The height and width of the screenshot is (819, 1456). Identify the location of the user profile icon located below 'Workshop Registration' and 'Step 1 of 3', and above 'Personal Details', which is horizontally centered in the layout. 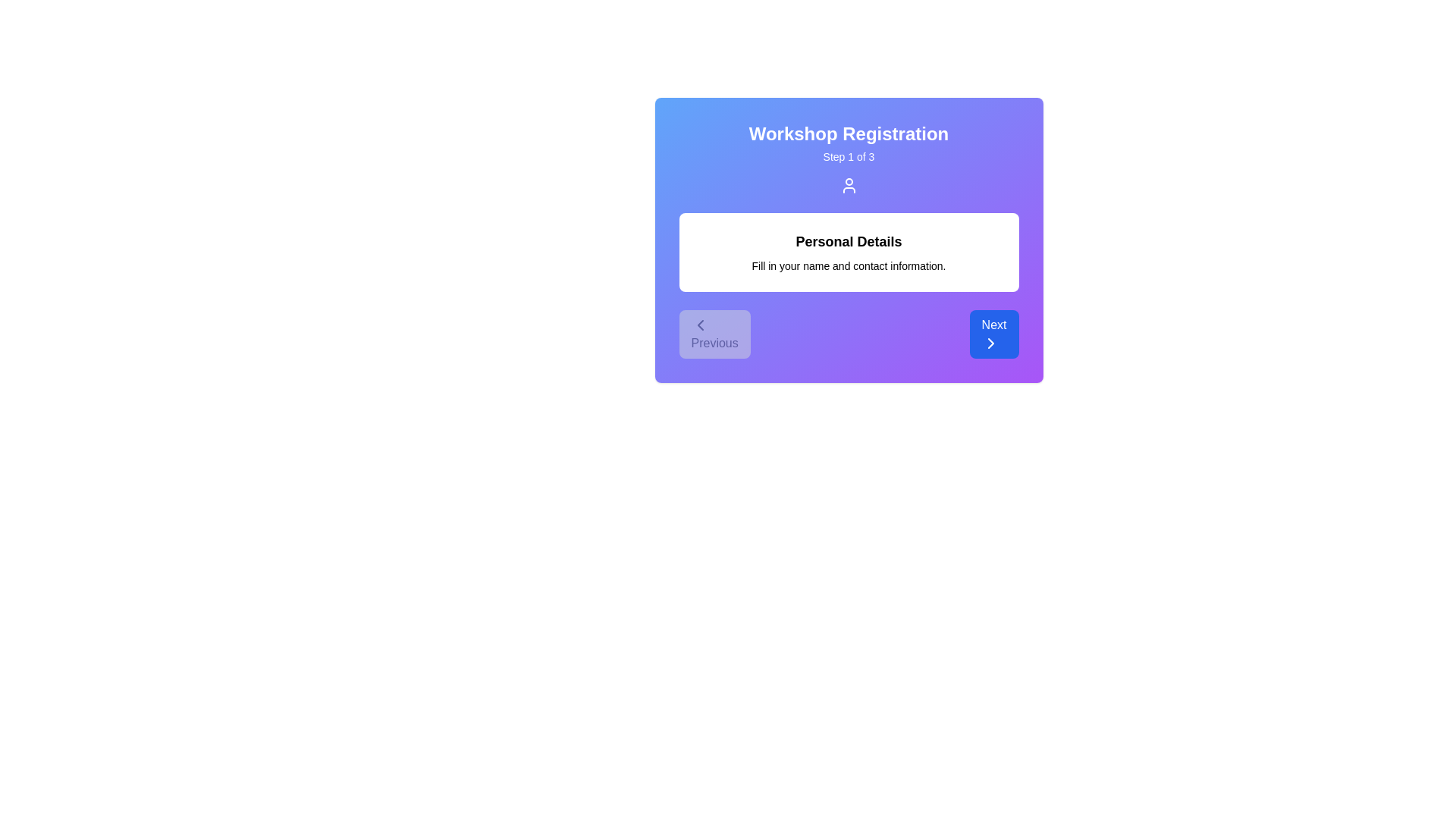
(848, 185).